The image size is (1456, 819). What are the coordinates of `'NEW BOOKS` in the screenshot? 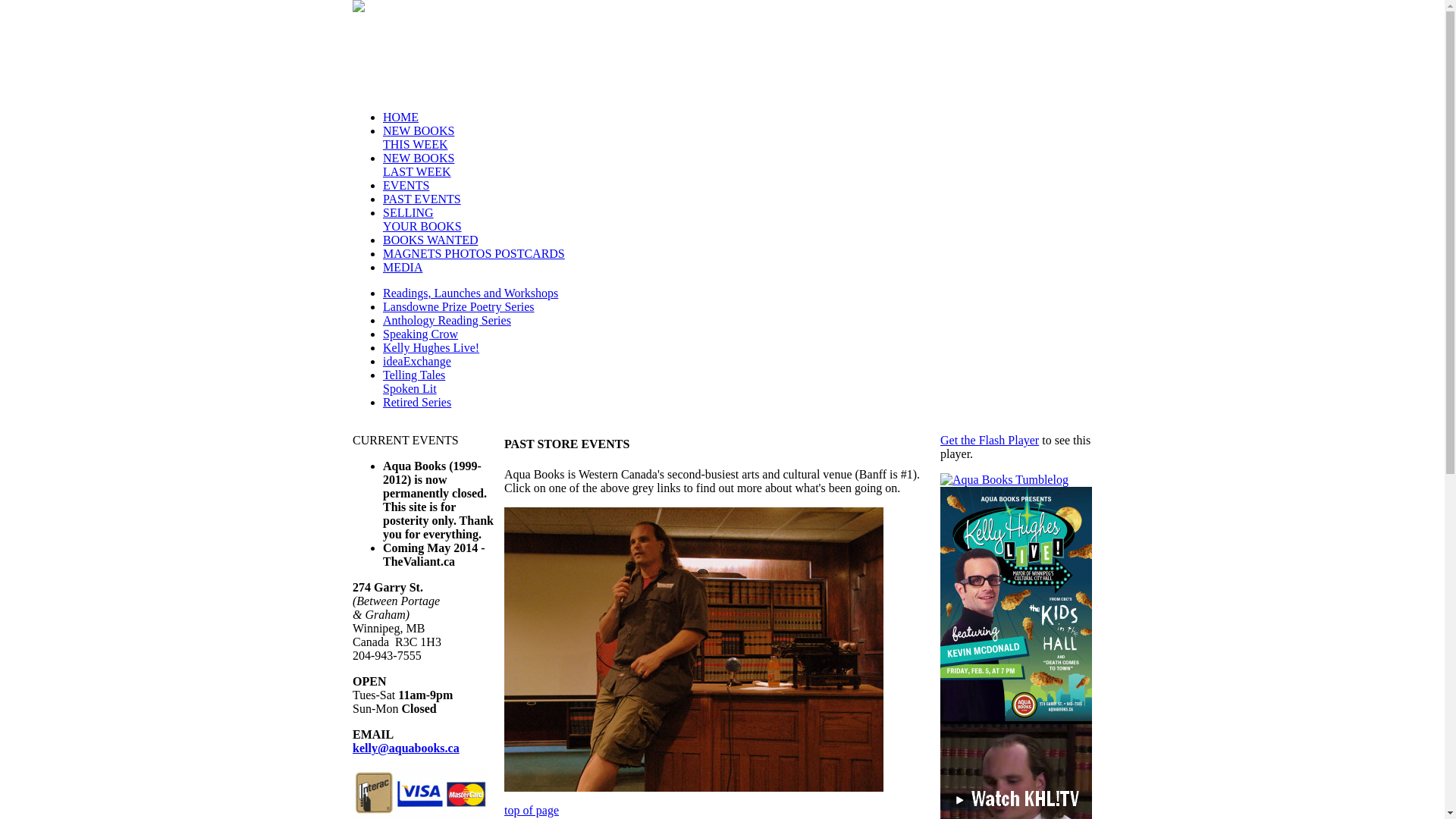 It's located at (419, 137).